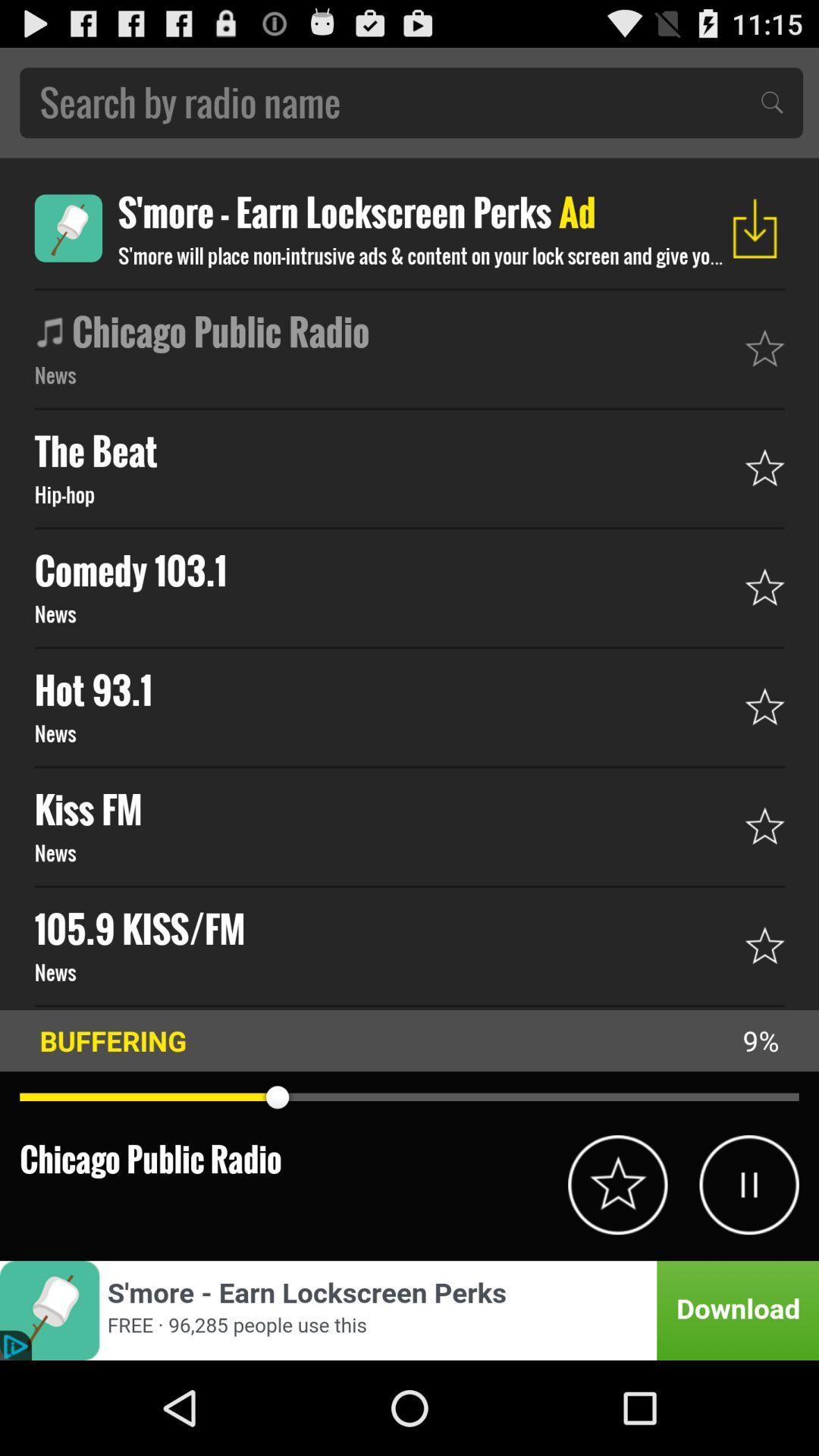 Image resolution: width=819 pixels, height=1456 pixels. I want to click on the star icon, so click(617, 1268).